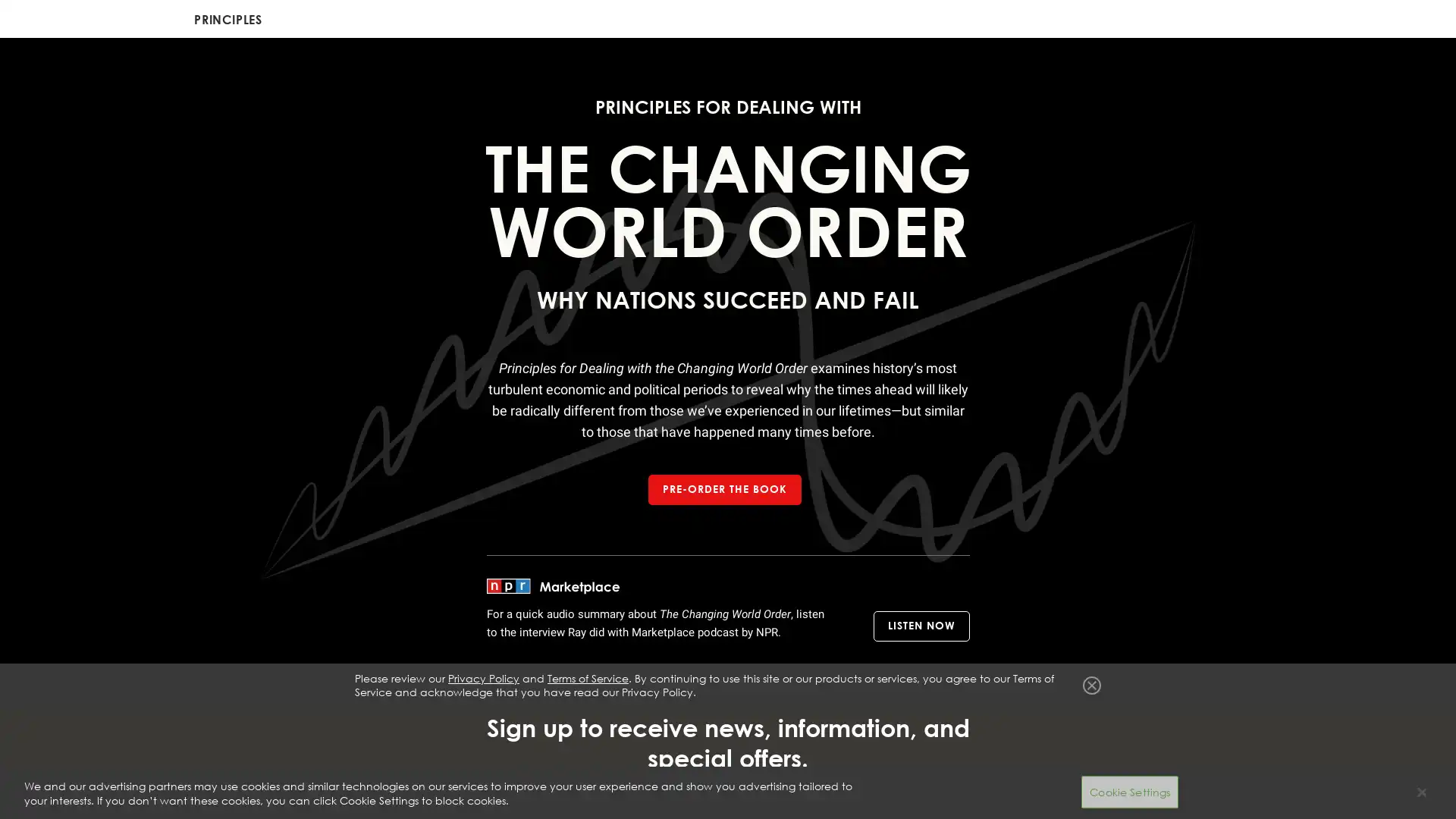  I want to click on Close, so click(1420, 792).